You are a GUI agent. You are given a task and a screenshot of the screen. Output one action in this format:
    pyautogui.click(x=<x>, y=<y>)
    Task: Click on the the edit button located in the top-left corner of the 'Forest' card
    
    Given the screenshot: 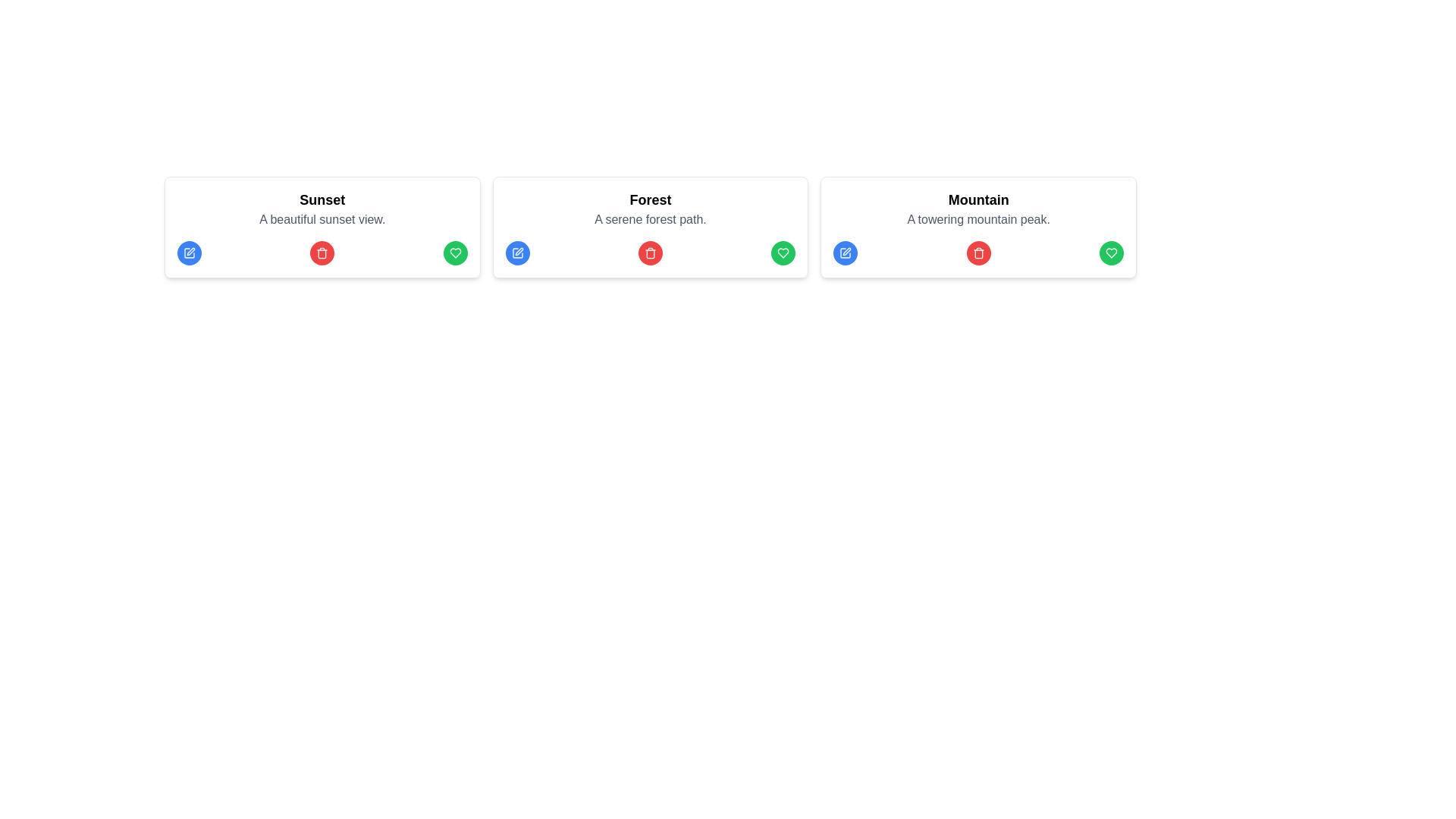 What is the action you would take?
    pyautogui.click(x=517, y=253)
    